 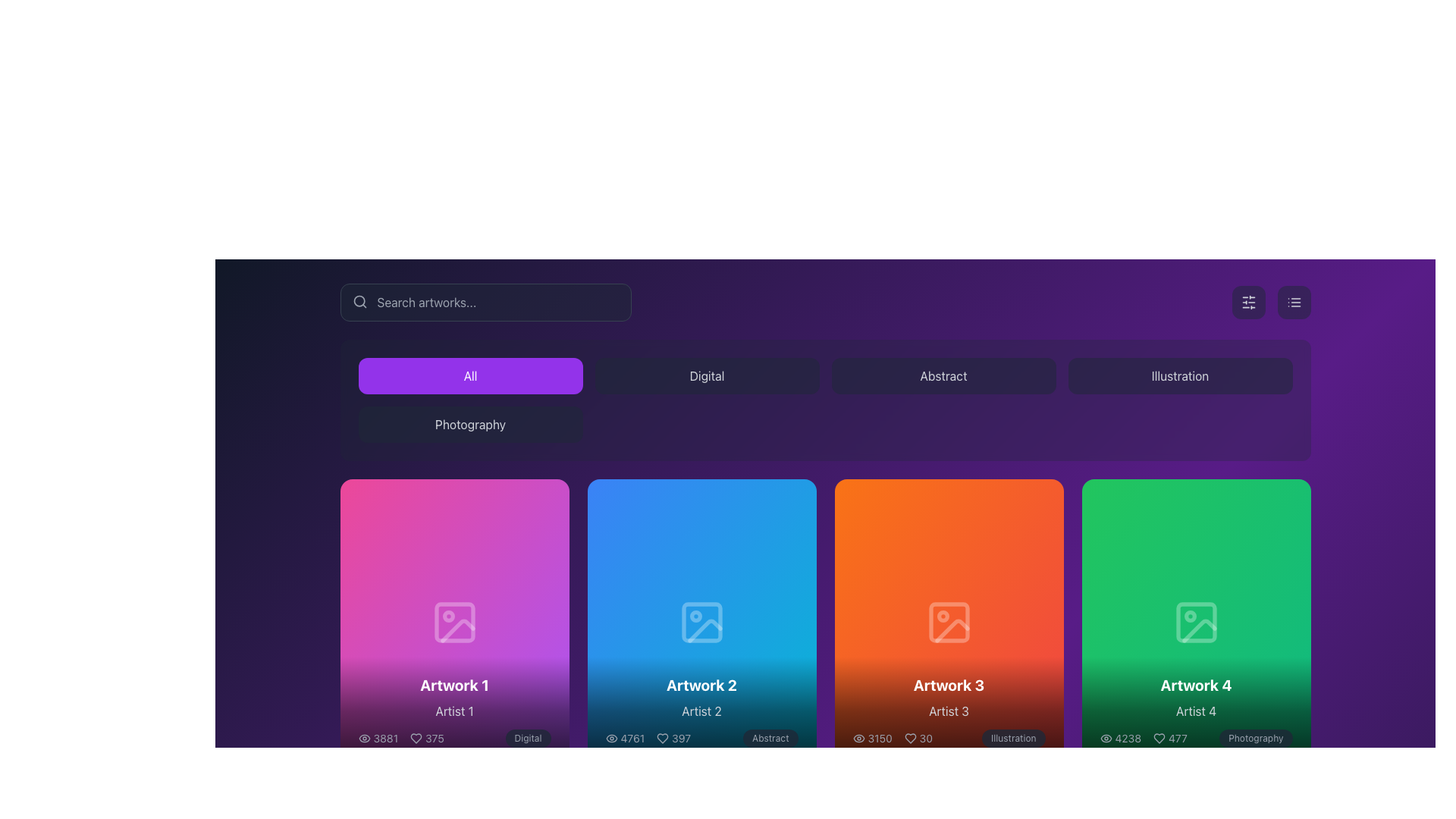 I want to click on the text label displaying the name of the artist for 'Artwork 1', located in the bottom-left card of the gallery, directly under the artwork title, so click(x=453, y=711).